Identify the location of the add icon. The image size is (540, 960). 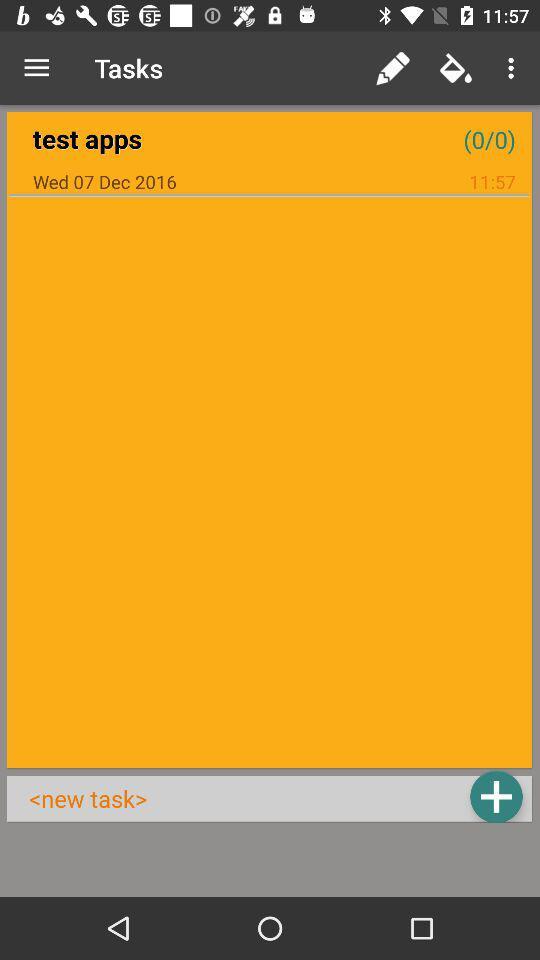
(495, 796).